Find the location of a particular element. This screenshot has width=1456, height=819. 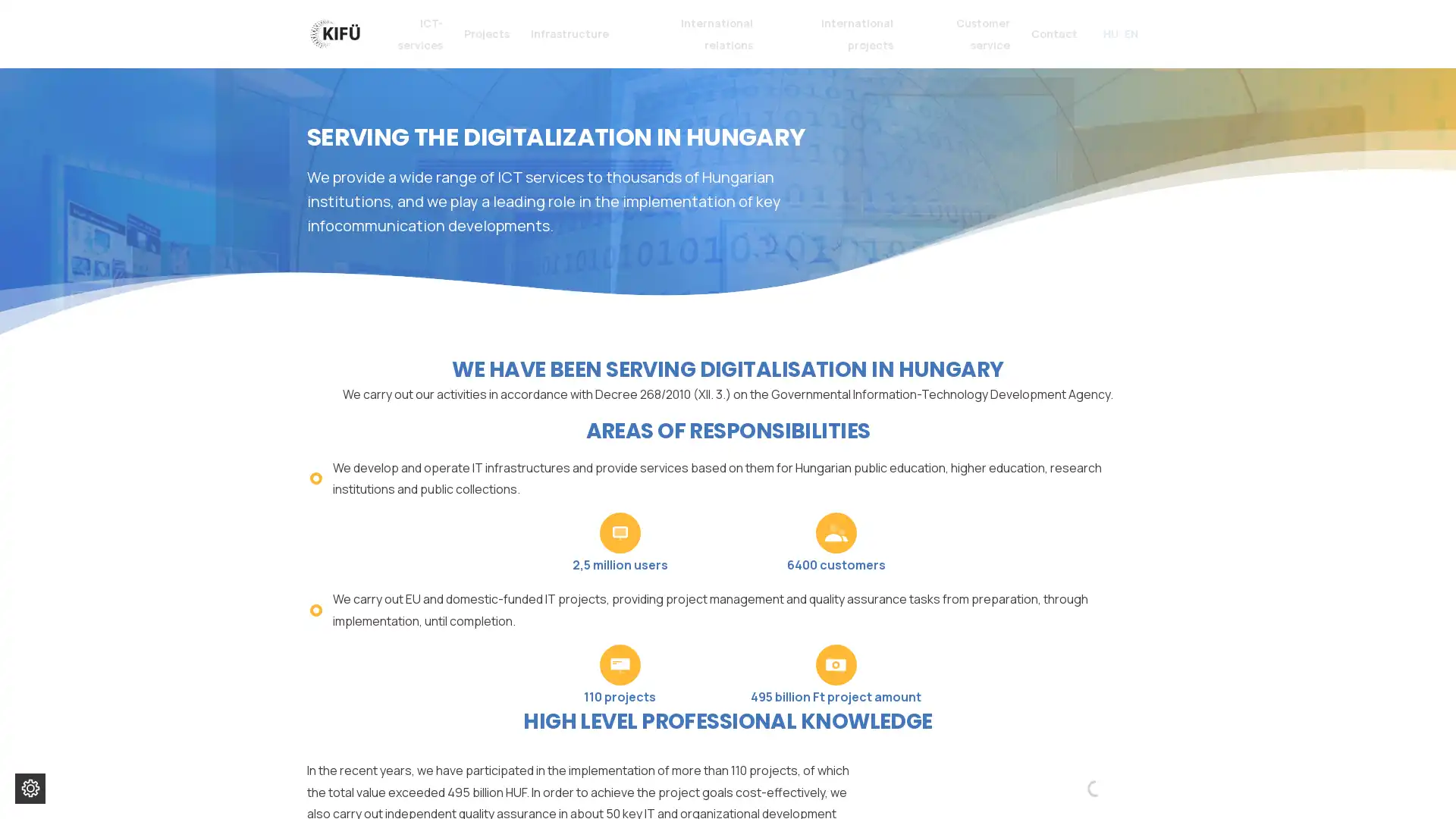

Change cookie settings is located at coordinates (30, 788).